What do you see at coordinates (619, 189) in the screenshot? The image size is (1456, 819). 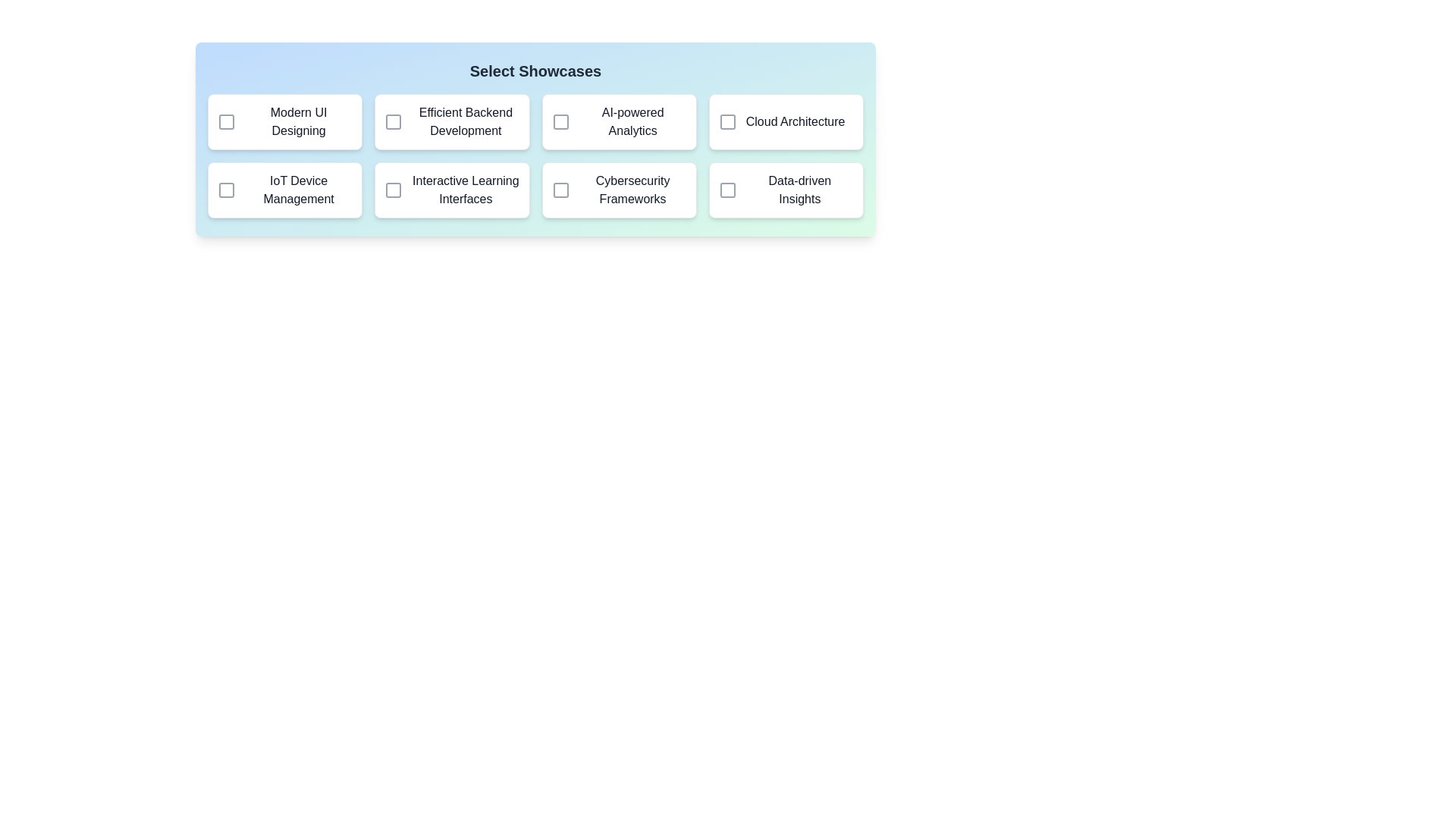 I see `the showcase item labeled 'Cybersecurity Frameworks' to observe the hover effect` at bounding box center [619, 189].